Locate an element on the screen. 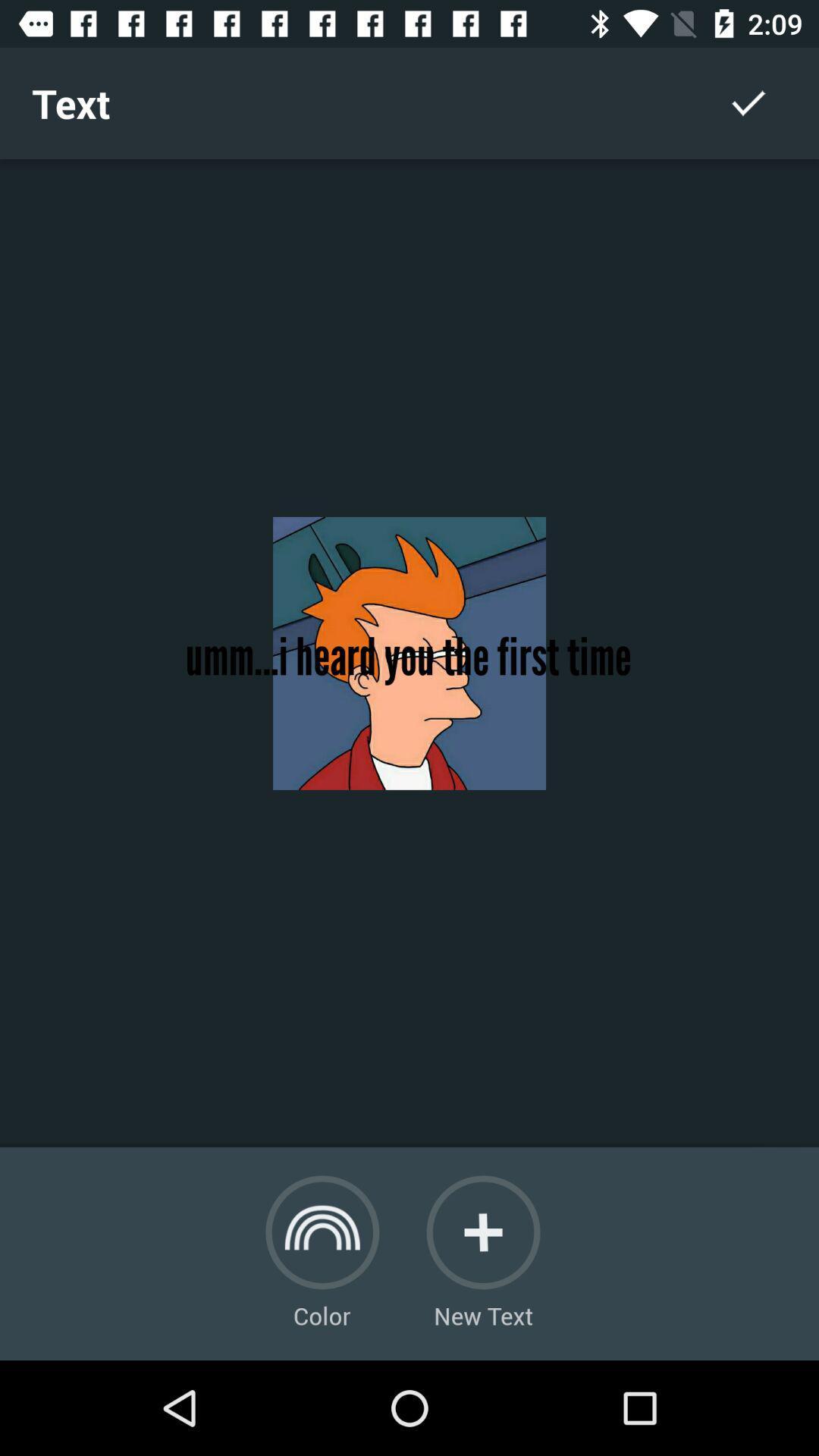 This screenshot has width=819, height=1456. color is located at coordinates (322, 1232).